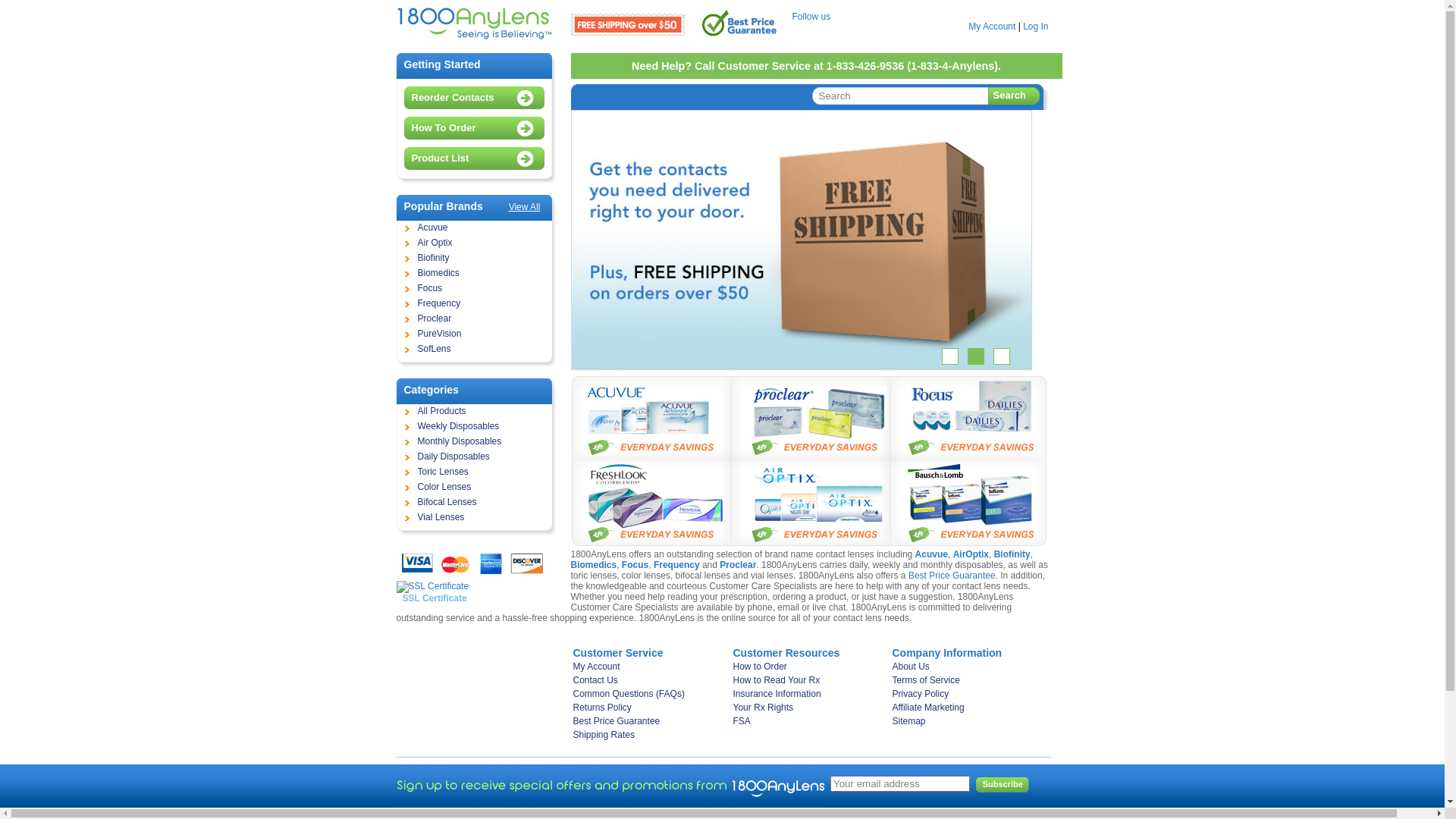  I want to click on 'About Us', so click(965, 666).